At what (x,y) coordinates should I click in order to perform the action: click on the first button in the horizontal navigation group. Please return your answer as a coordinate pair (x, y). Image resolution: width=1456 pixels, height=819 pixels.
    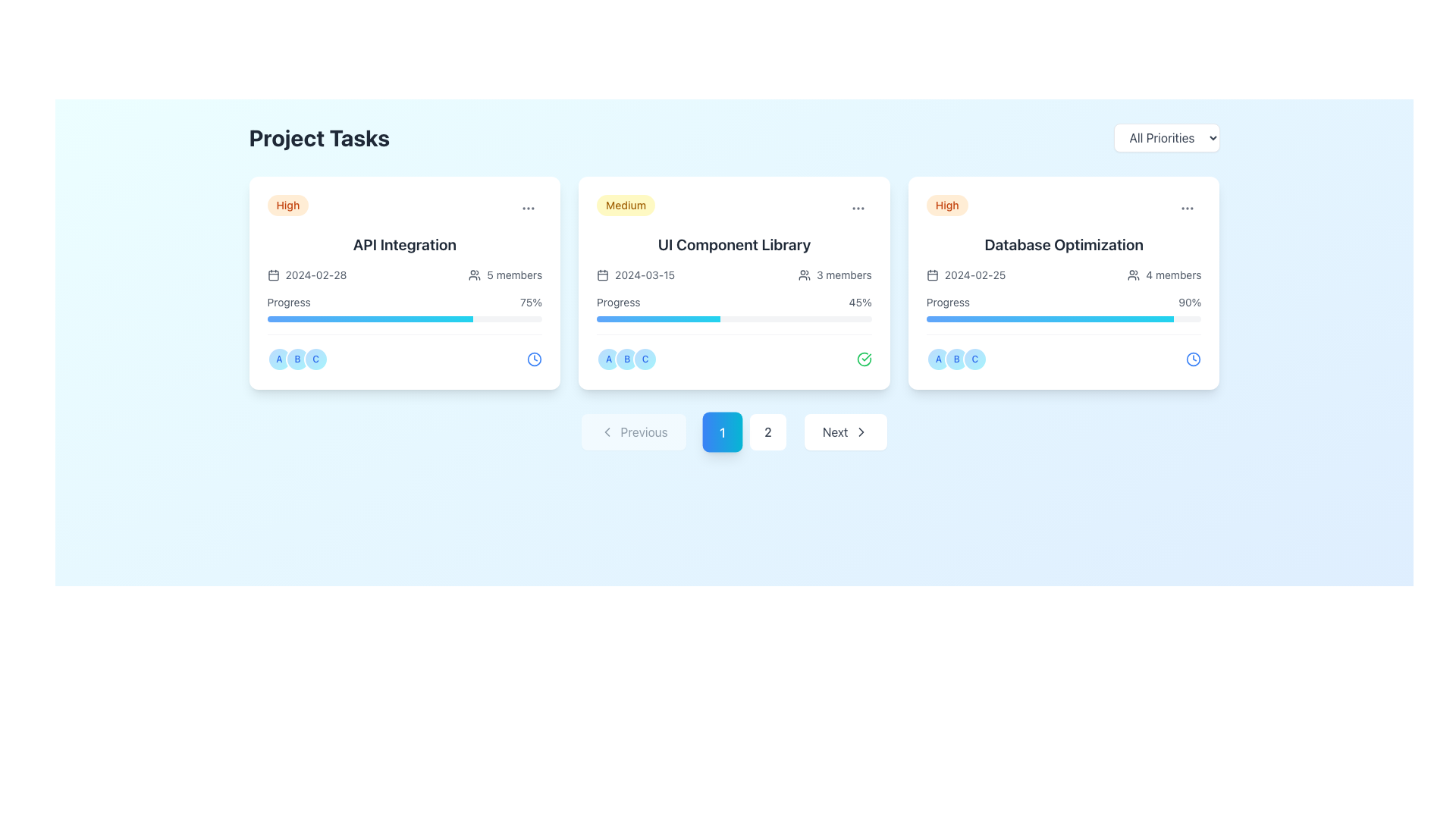
    Looking at the image, I should click on (721, 432).